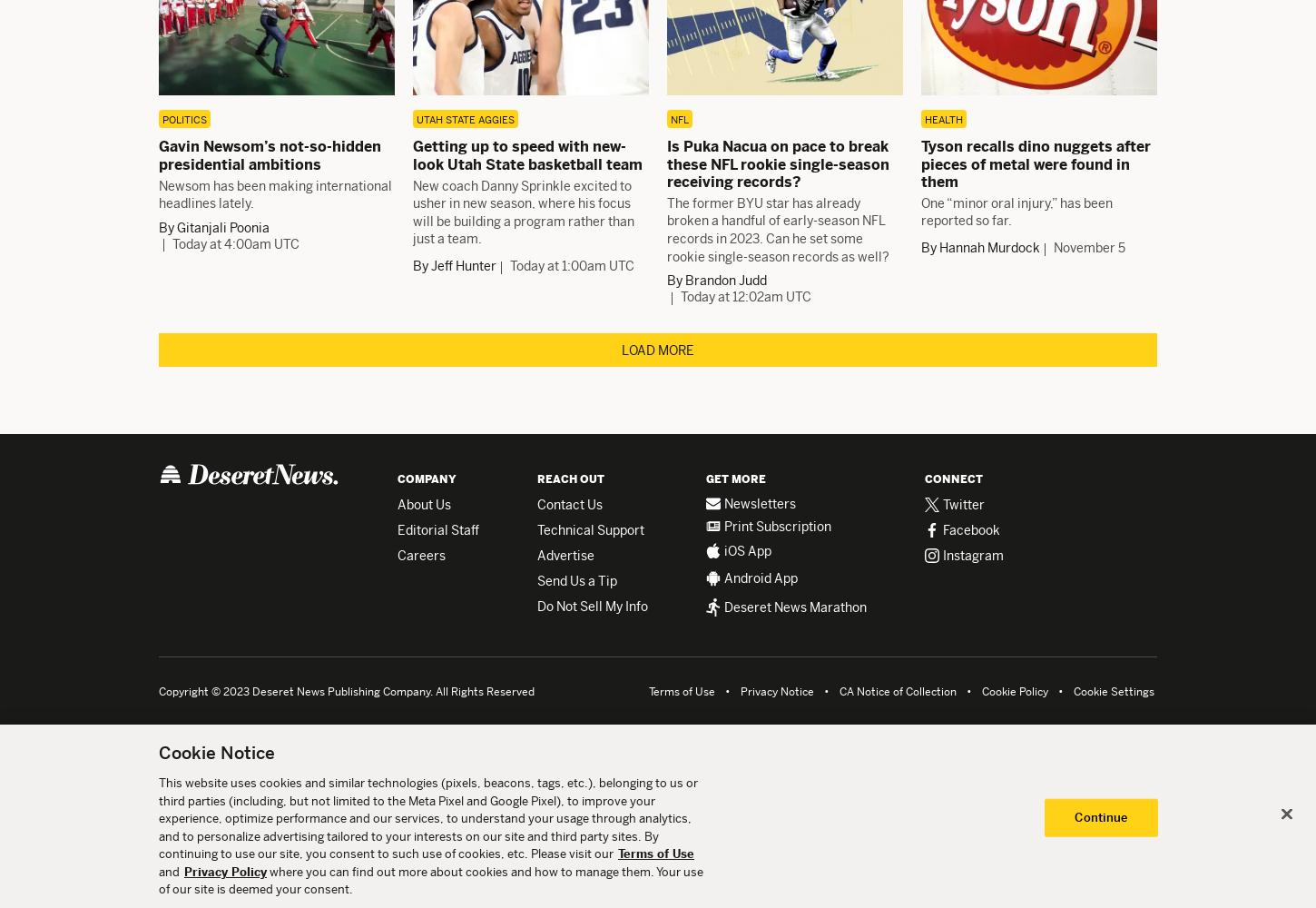  I want to click on 'Newsletters', so click(760, 503).